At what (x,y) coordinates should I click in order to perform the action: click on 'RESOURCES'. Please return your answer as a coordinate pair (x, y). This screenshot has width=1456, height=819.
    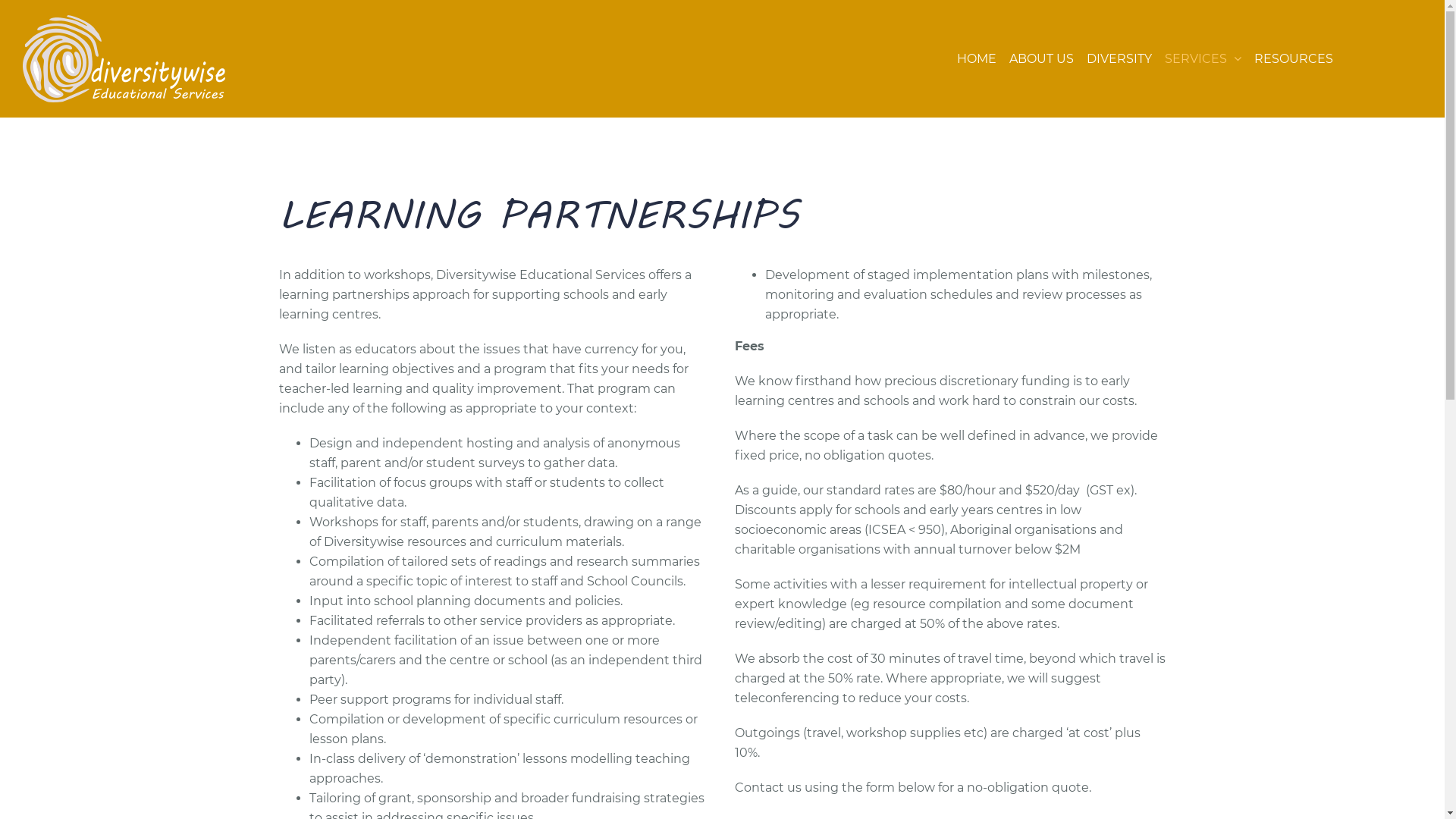
    Looking at the image, I should click on (1254, 58).